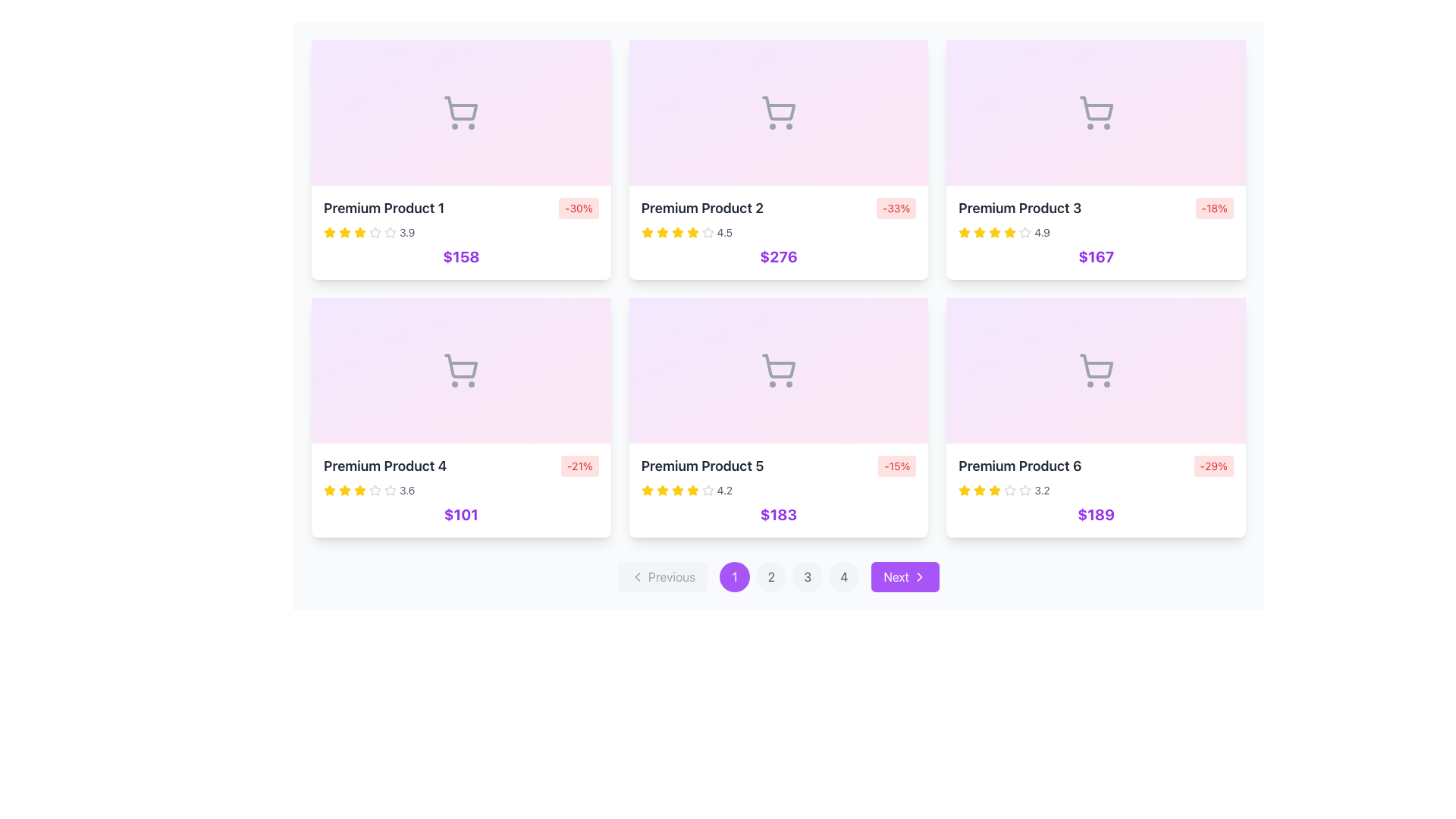 Image resolution: width=1456 pixels, height=819 pixels. I want to click on the third yellow star rating icon in the second product card of the first row in the grid layout, so click(676, 232).